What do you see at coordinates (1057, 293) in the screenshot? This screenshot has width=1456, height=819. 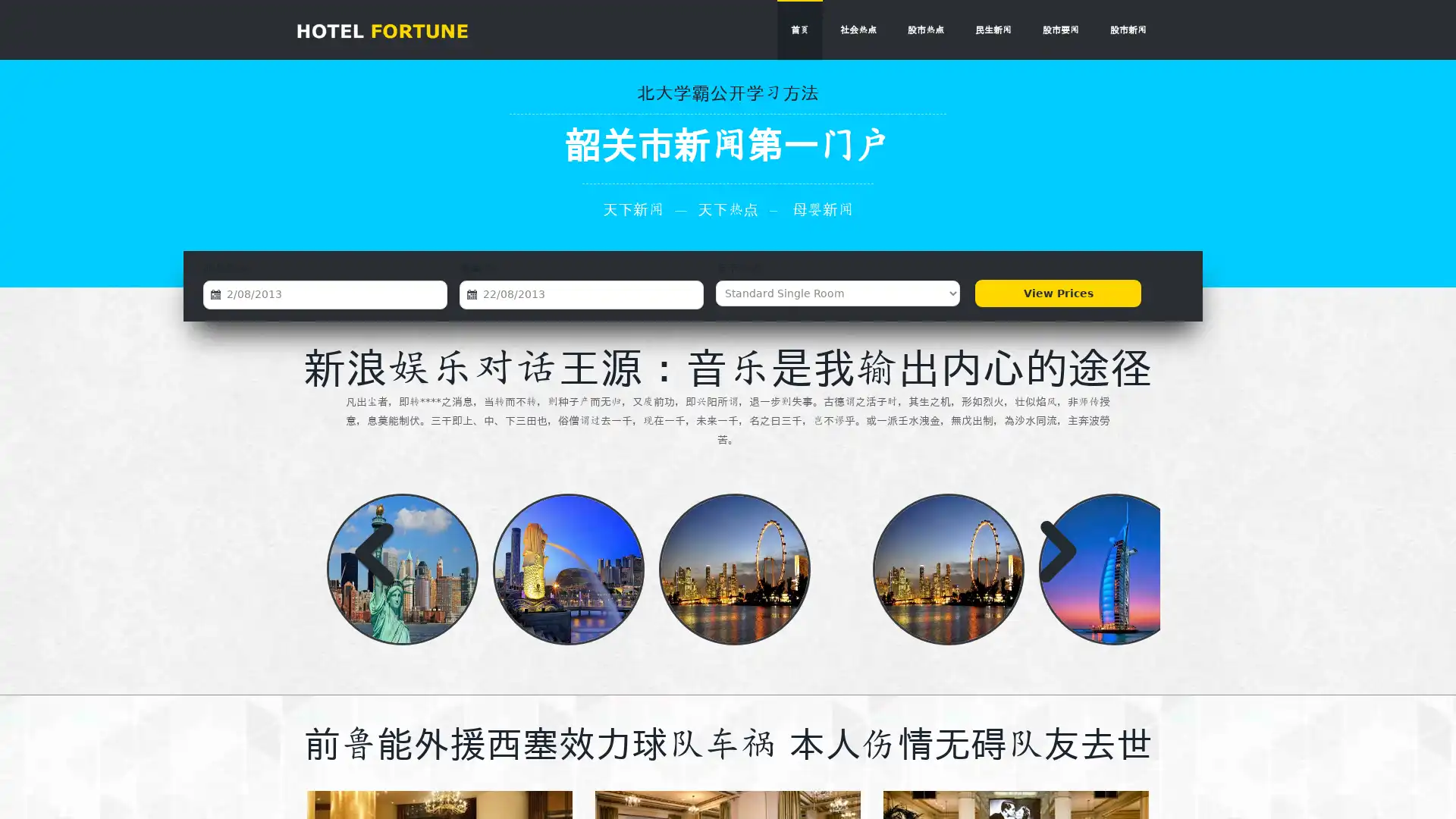 I see `View Prices` at bounding box center [1057, 293].